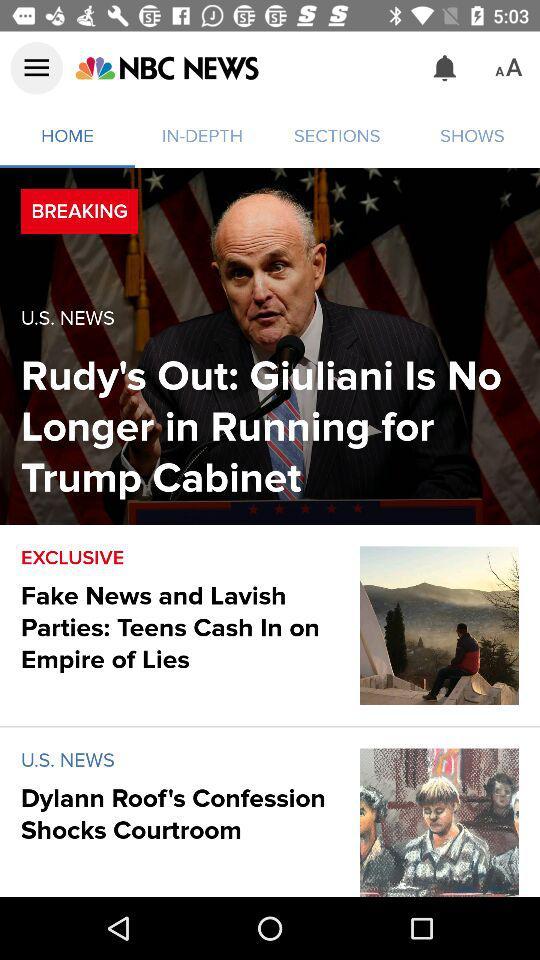  What do you see at coordinates (165, 68) in the screenshot?
I see `item to the left of the sections item` at bounding box center [165, 68].